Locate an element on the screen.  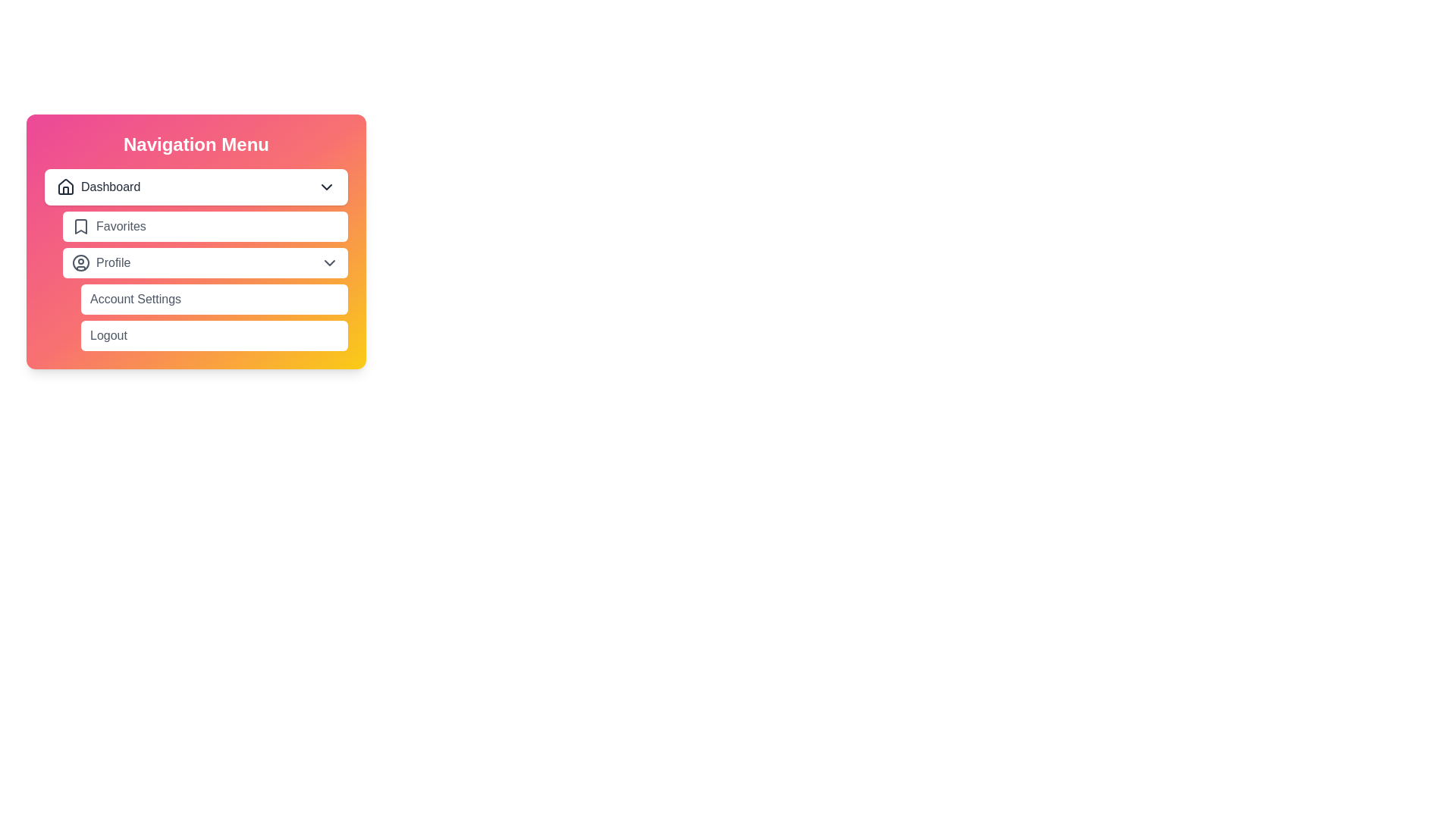
the SVG circle graphical component located next to the 'Profile' text in the navigation menu is located at coordinates (80, 262).